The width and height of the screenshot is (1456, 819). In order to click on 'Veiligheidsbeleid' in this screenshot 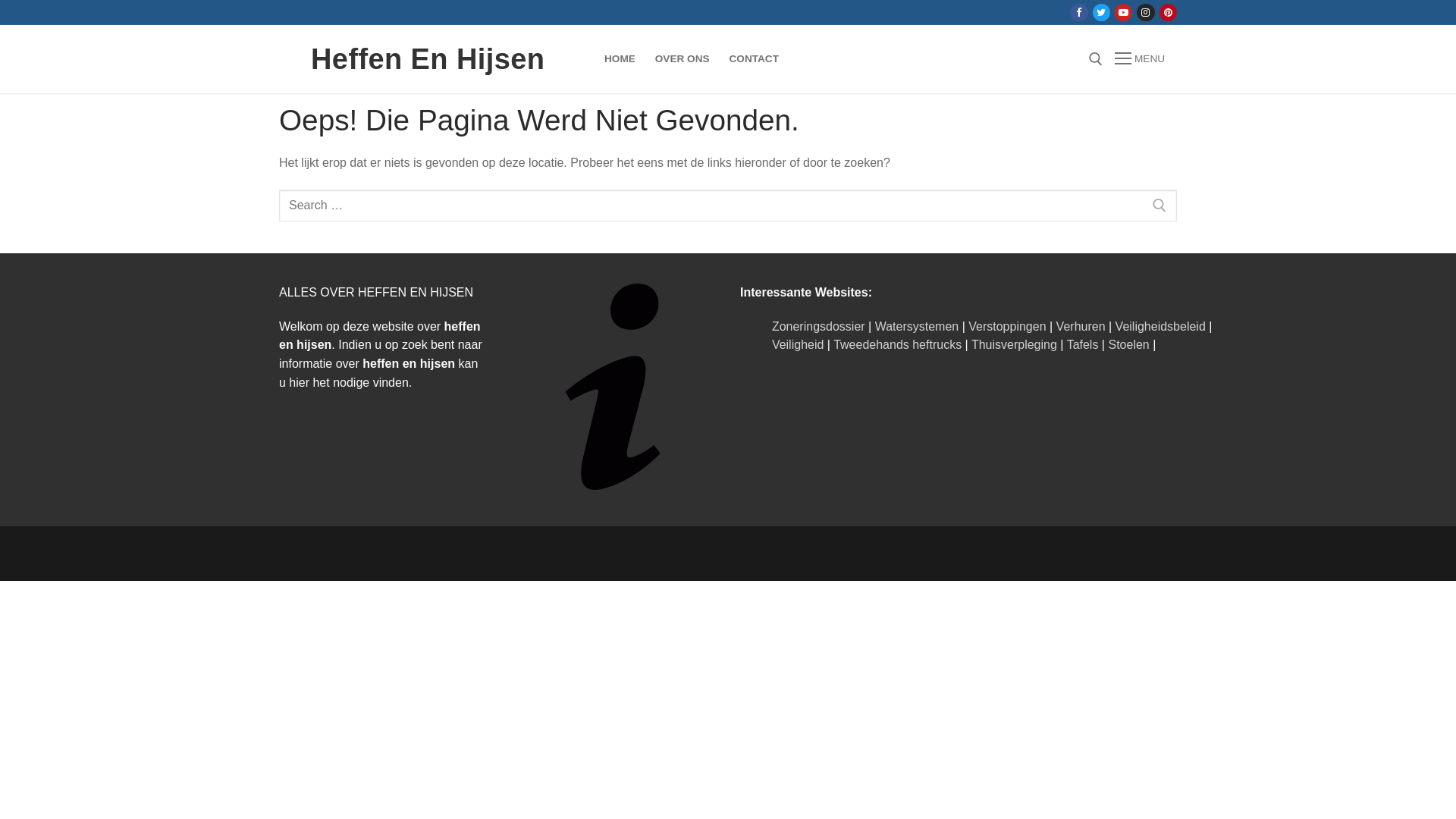, I will do `click(1159, 325)`.